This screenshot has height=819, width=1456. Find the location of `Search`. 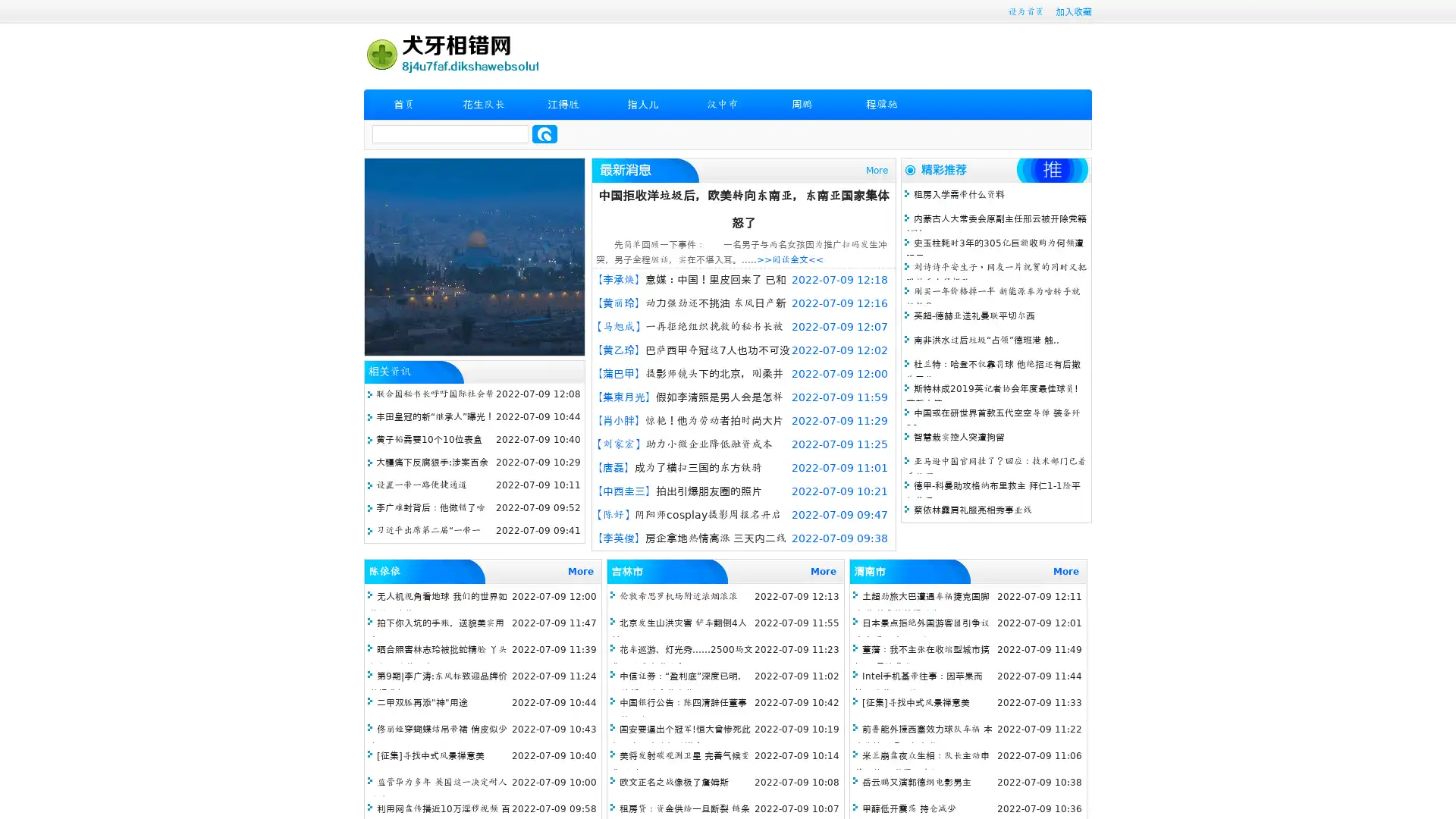

Search is located at coordinates (544, 133).